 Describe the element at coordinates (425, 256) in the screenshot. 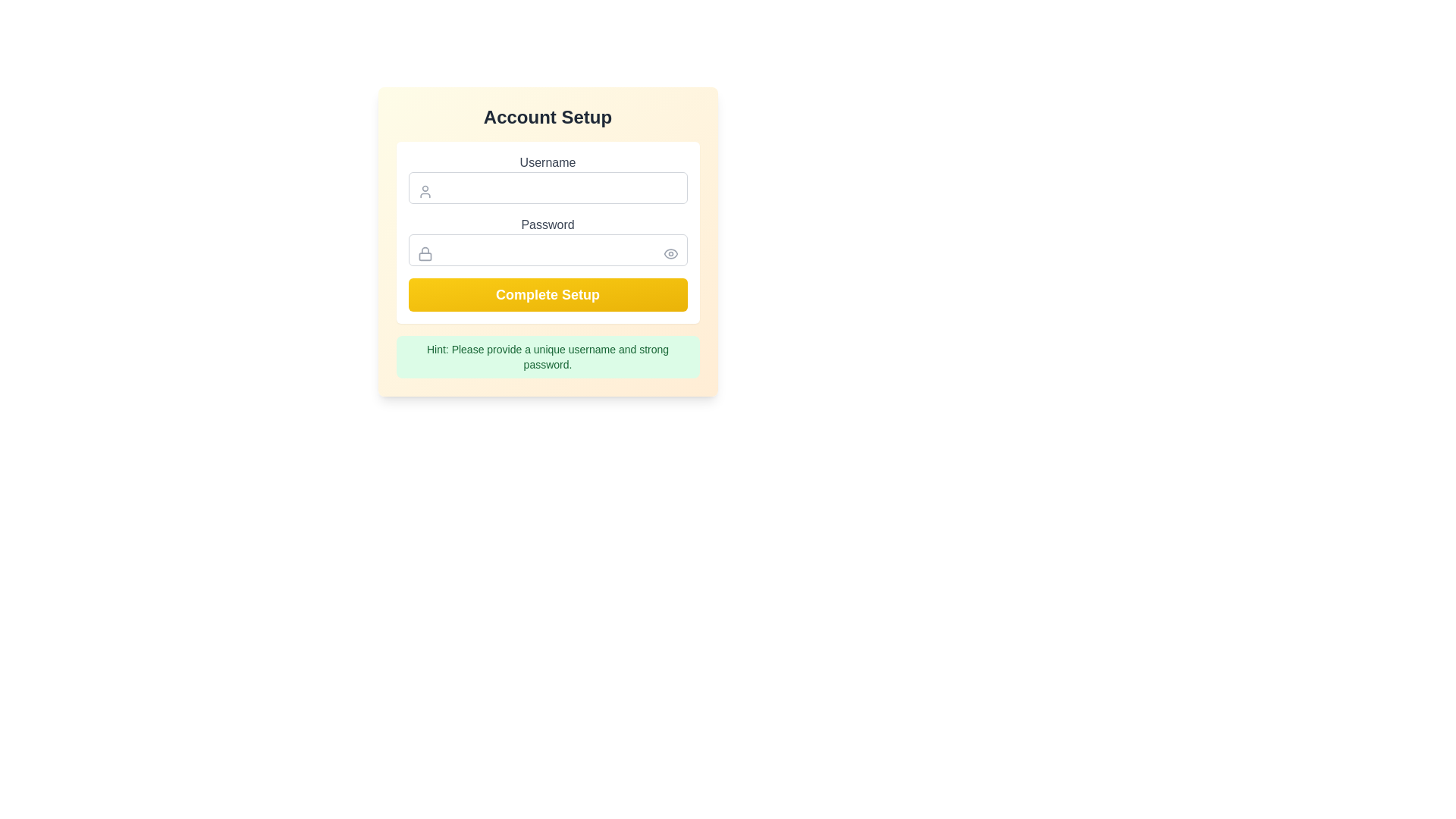

I see `the small red rectangular icon component of the lock icon graphic, which is located to the left of the Password input field under the Account Setup heading` at that location.